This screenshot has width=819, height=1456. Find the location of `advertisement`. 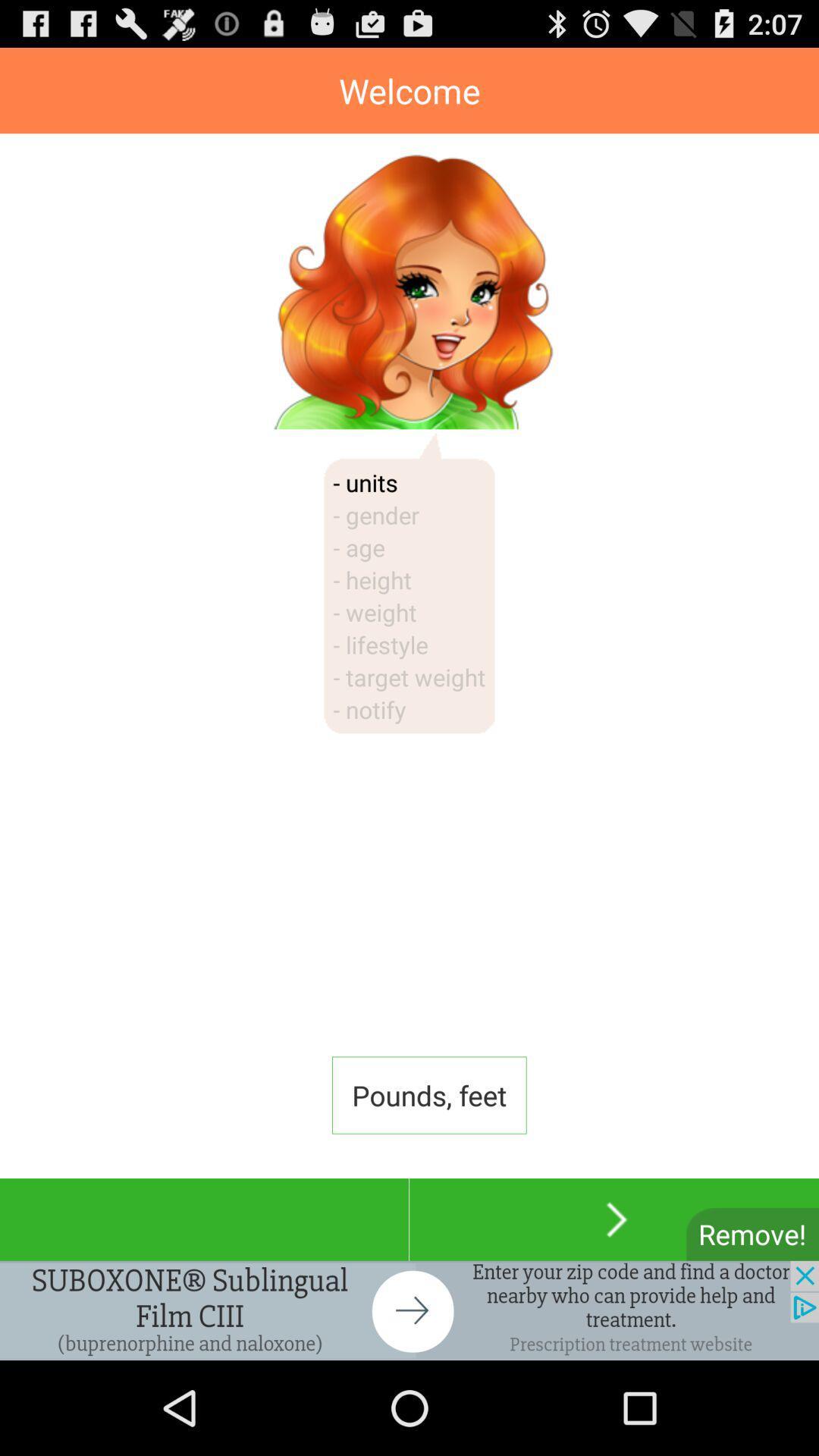

advertisement is located at coordinates (409, 1310).